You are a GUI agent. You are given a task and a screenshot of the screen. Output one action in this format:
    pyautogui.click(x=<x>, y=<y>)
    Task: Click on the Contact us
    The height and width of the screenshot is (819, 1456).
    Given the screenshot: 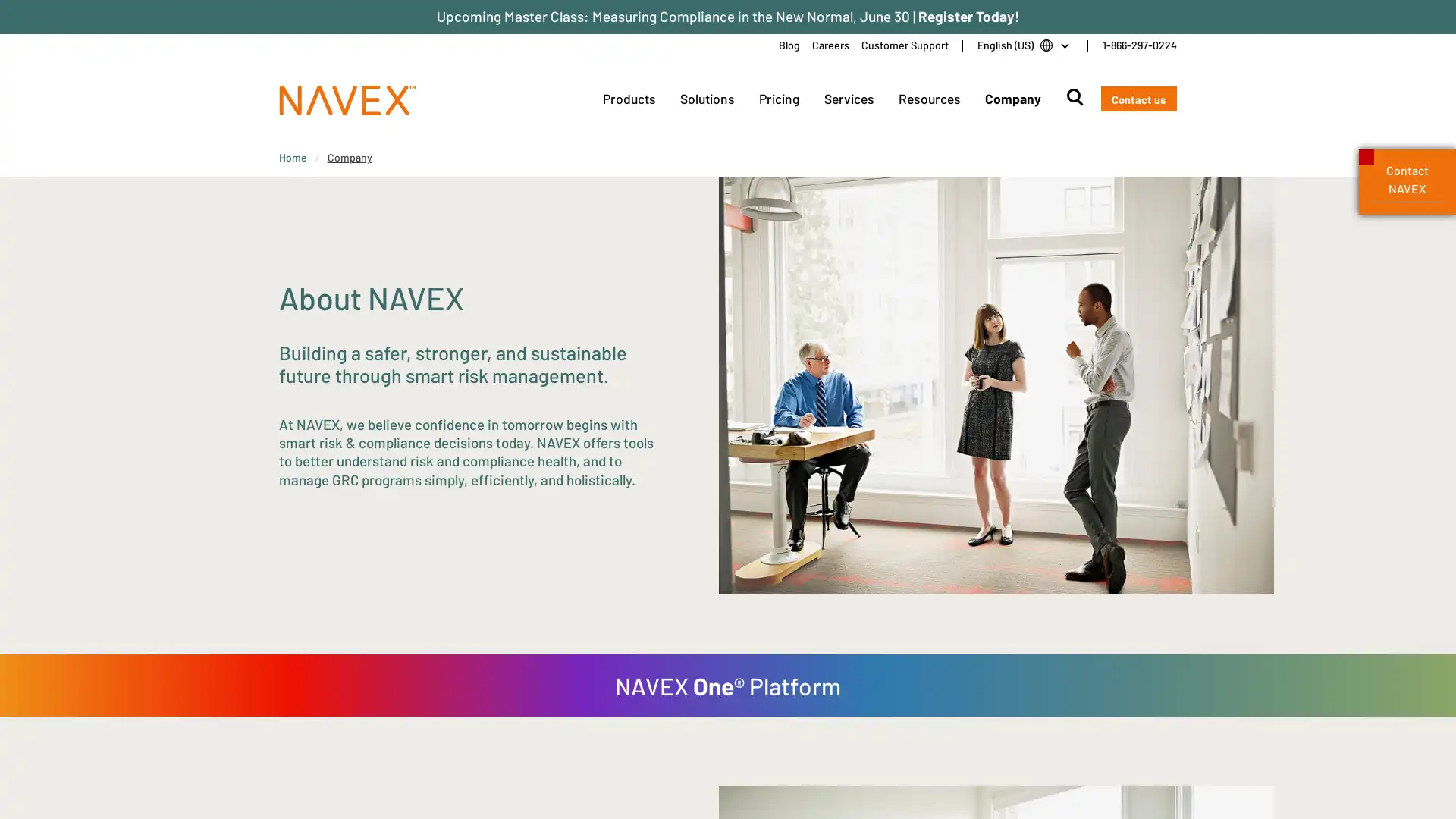 What is the action you would take?
    pyautogui.click(x=1138, y=99)
    